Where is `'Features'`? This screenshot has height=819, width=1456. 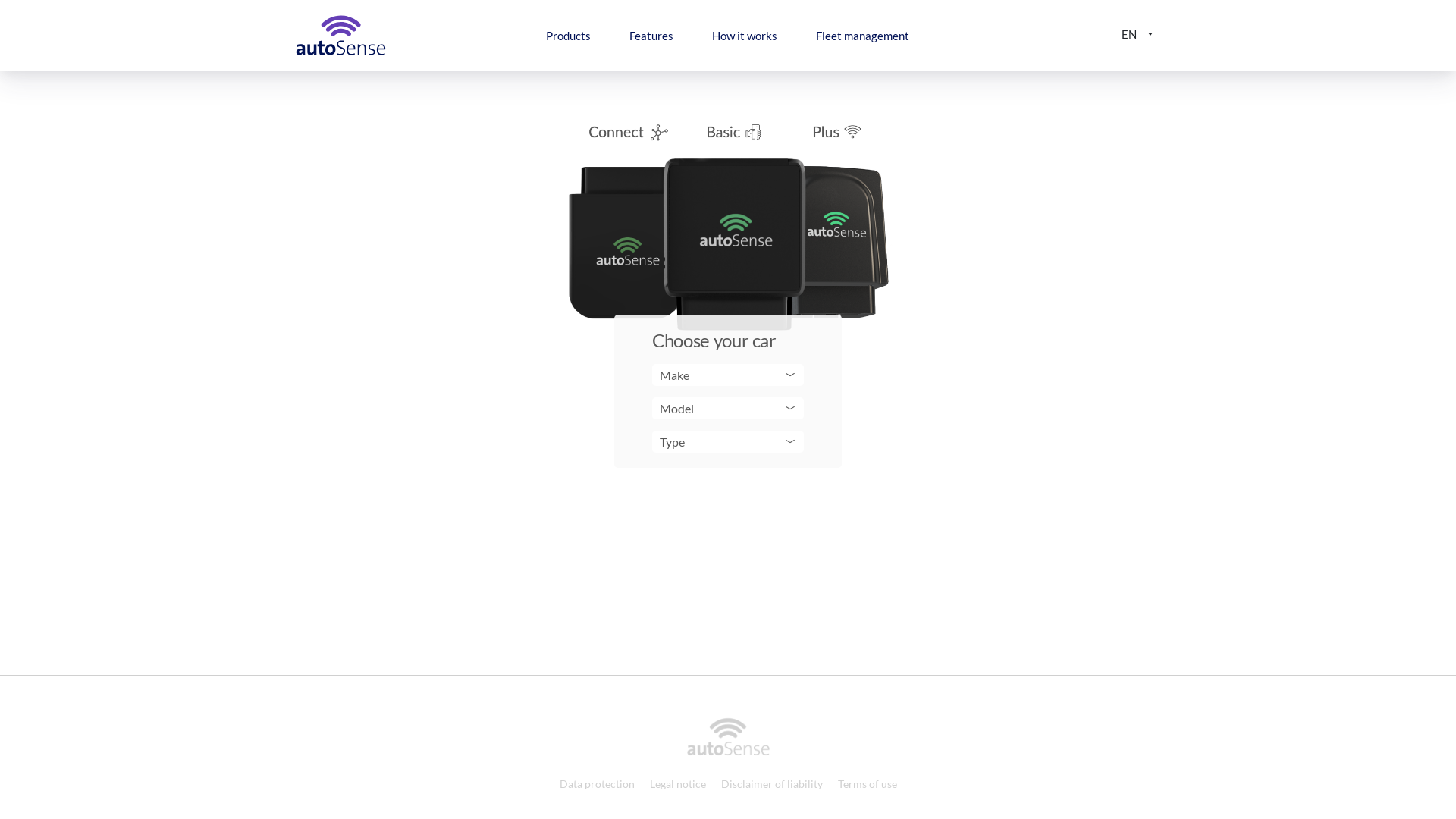
'Features' is located at coordinates (629, 35).